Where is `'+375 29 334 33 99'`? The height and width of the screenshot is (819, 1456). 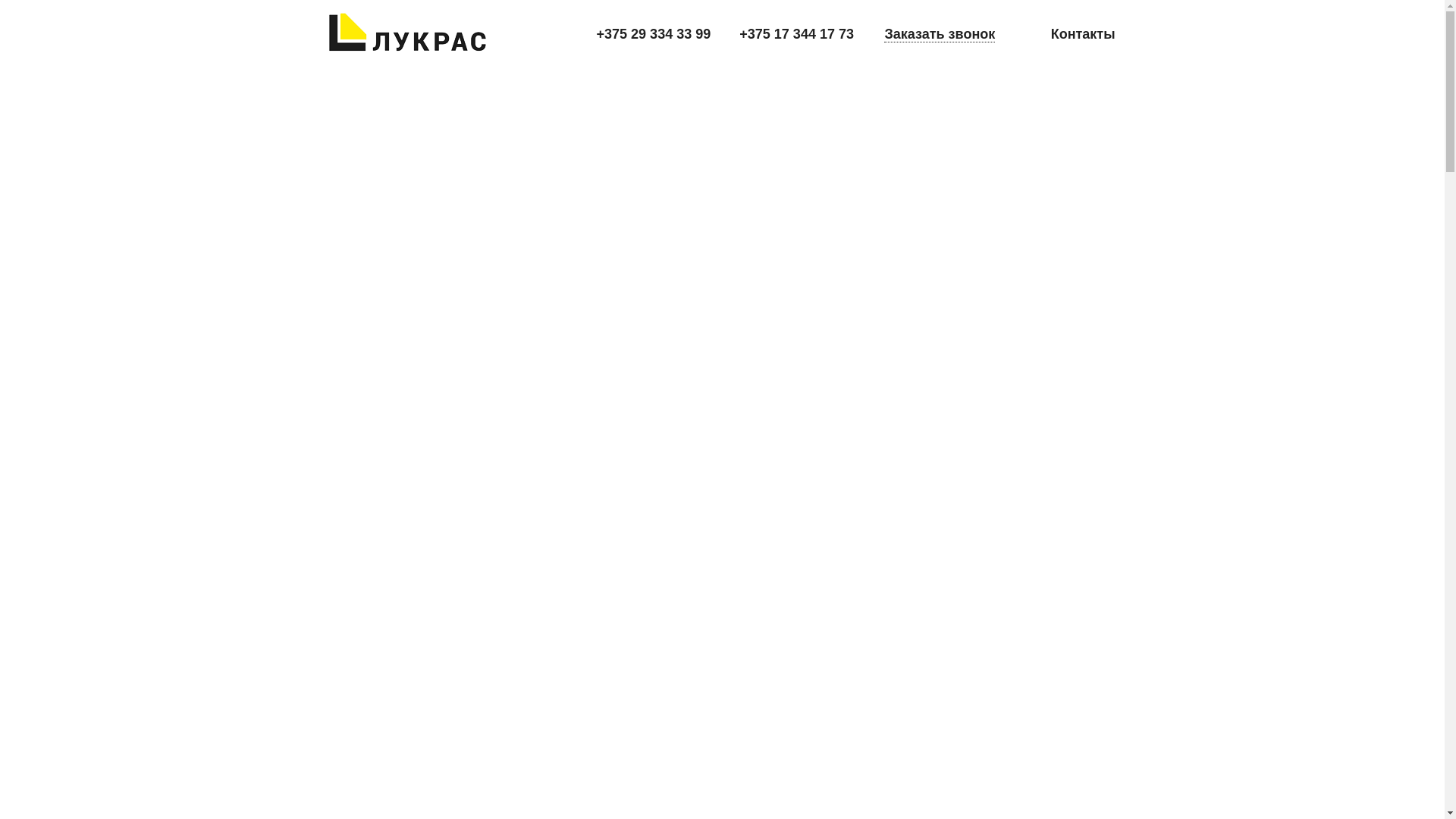
'+375 29 334 33 99' is located at coordinates (654, 34).